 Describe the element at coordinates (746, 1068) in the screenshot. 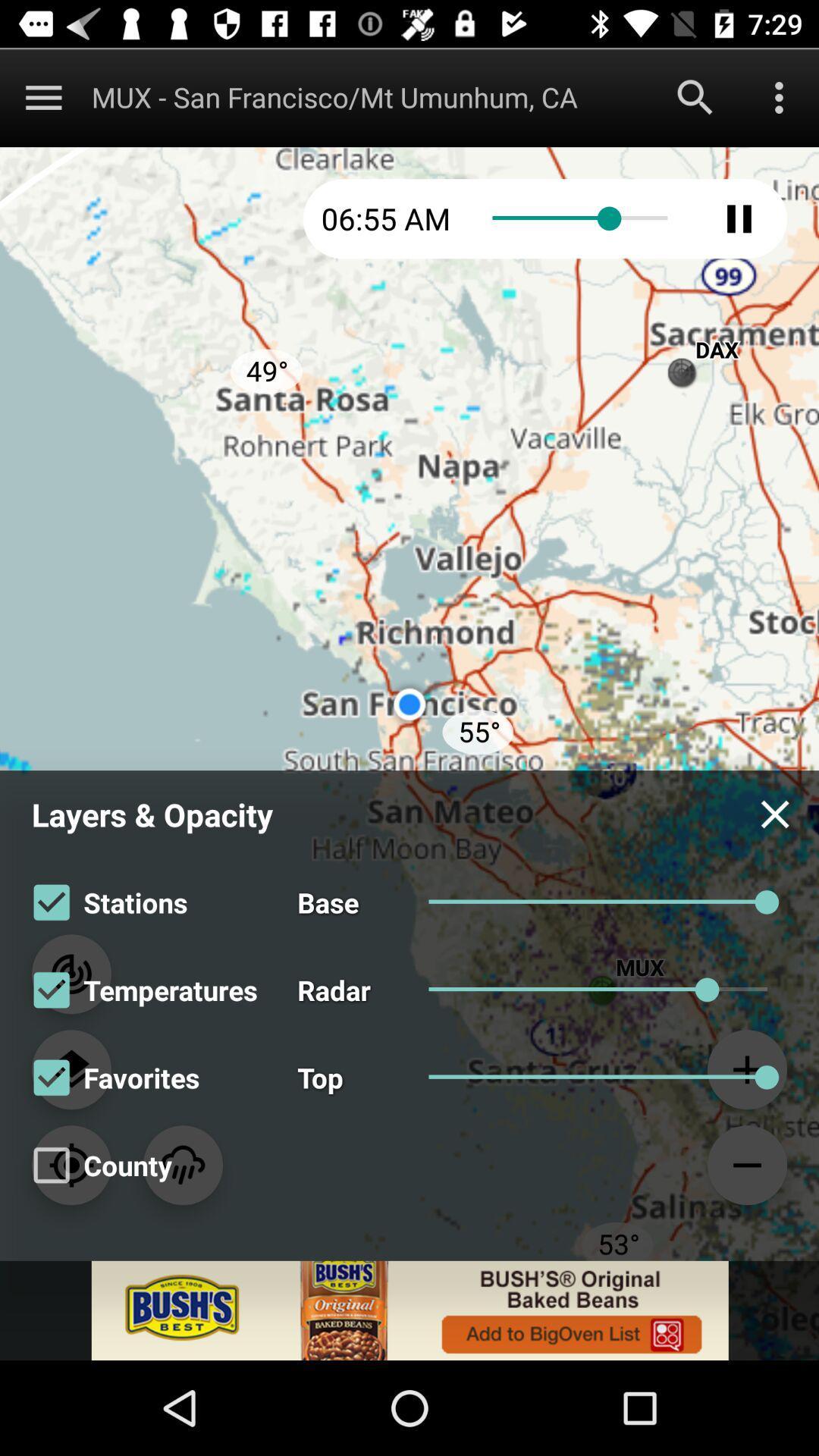

I see `the add icon` at that location.